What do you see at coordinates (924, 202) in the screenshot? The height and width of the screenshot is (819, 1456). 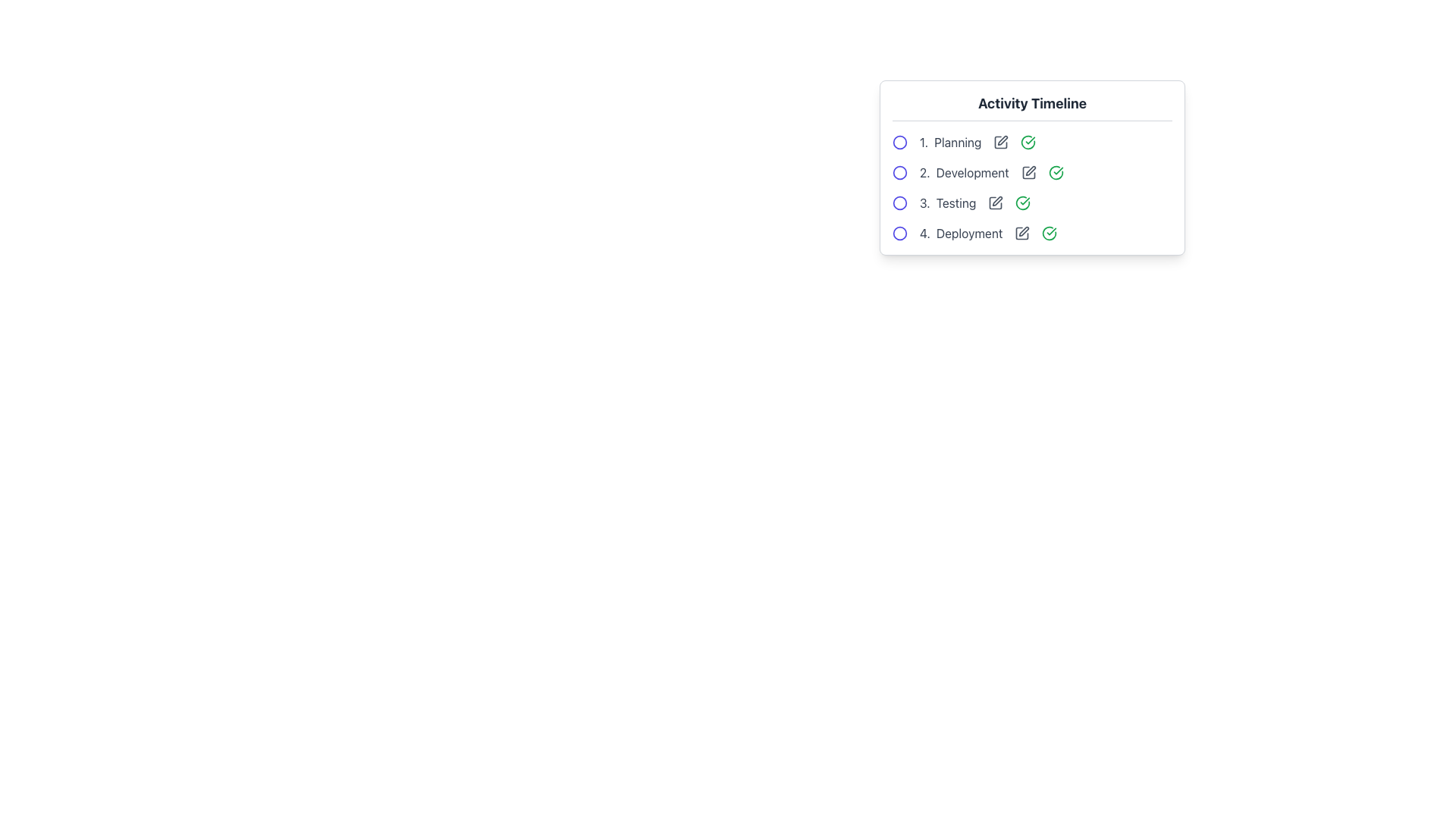 I see `the Text Label that serves as the index for the third entry in the activity timeline list, positioned between 'Development' and 'Deployment' with the text '3. Testing'` at bounding box center [924, 202].